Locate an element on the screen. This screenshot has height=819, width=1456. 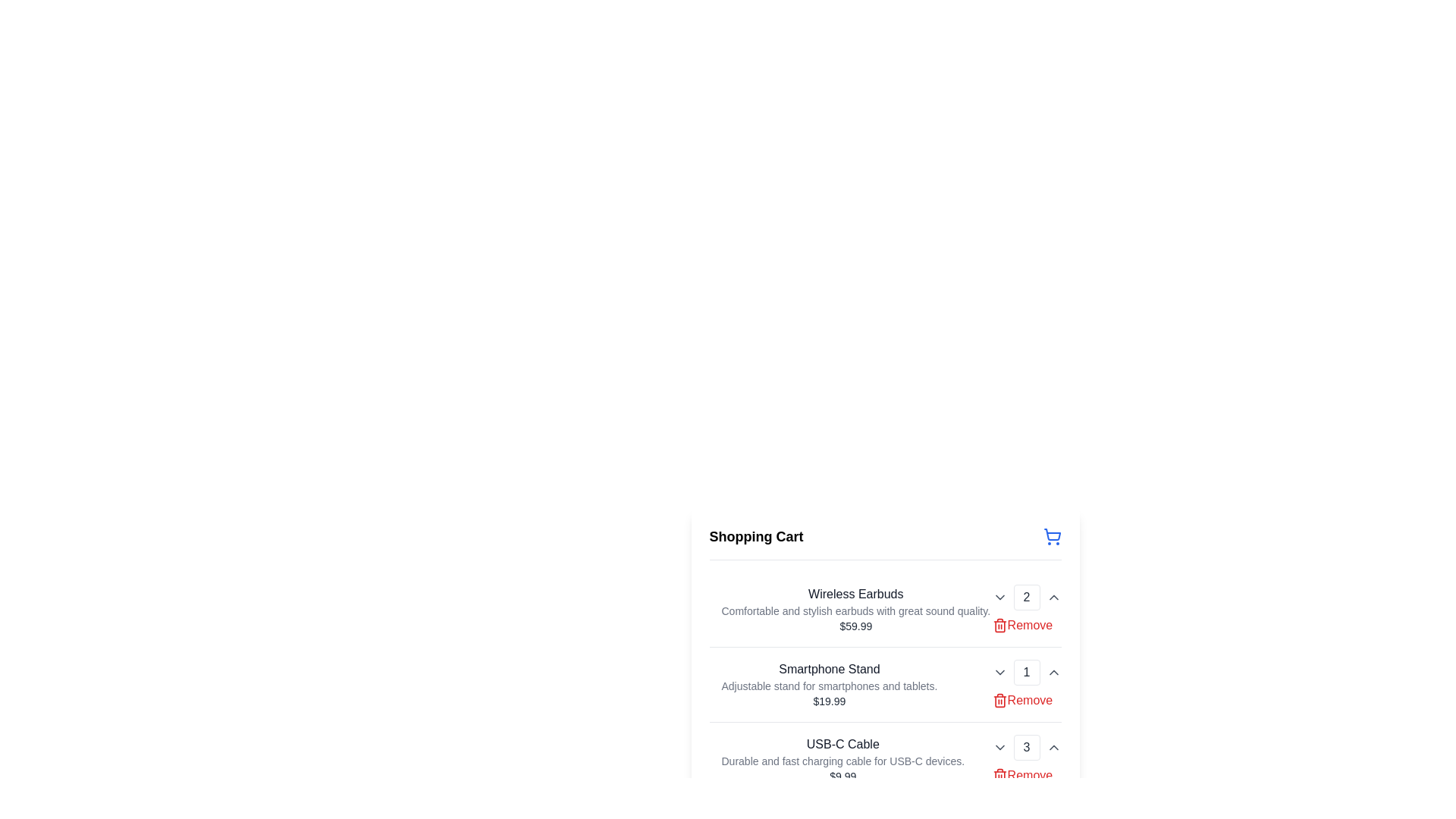
the decrement button within the quantity selector group of the 'Smartphone Stand' item in the shopping cart is located at coordinates (1026, 684).